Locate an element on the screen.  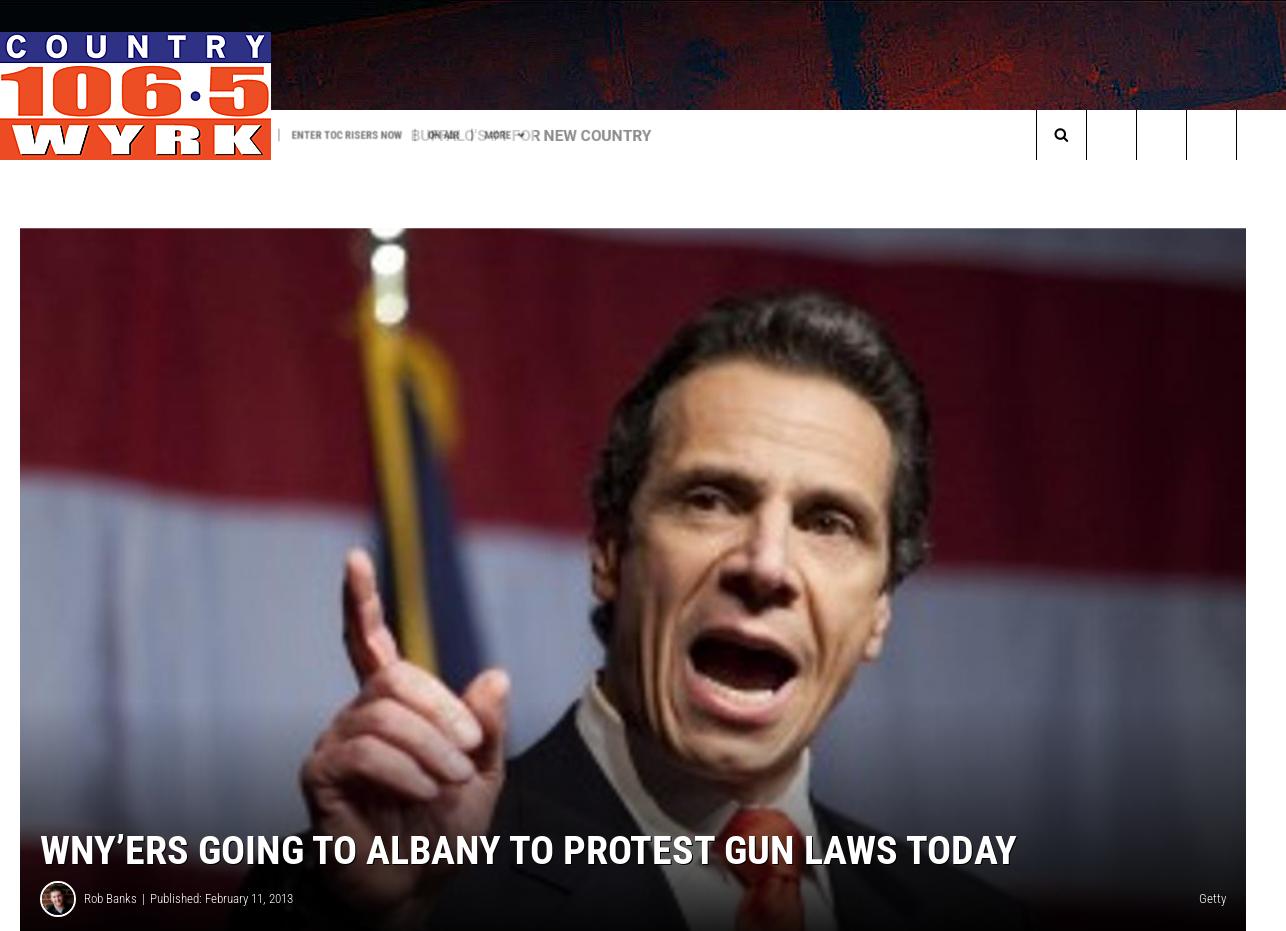
'On Air' is located at coordinates (550, 133).